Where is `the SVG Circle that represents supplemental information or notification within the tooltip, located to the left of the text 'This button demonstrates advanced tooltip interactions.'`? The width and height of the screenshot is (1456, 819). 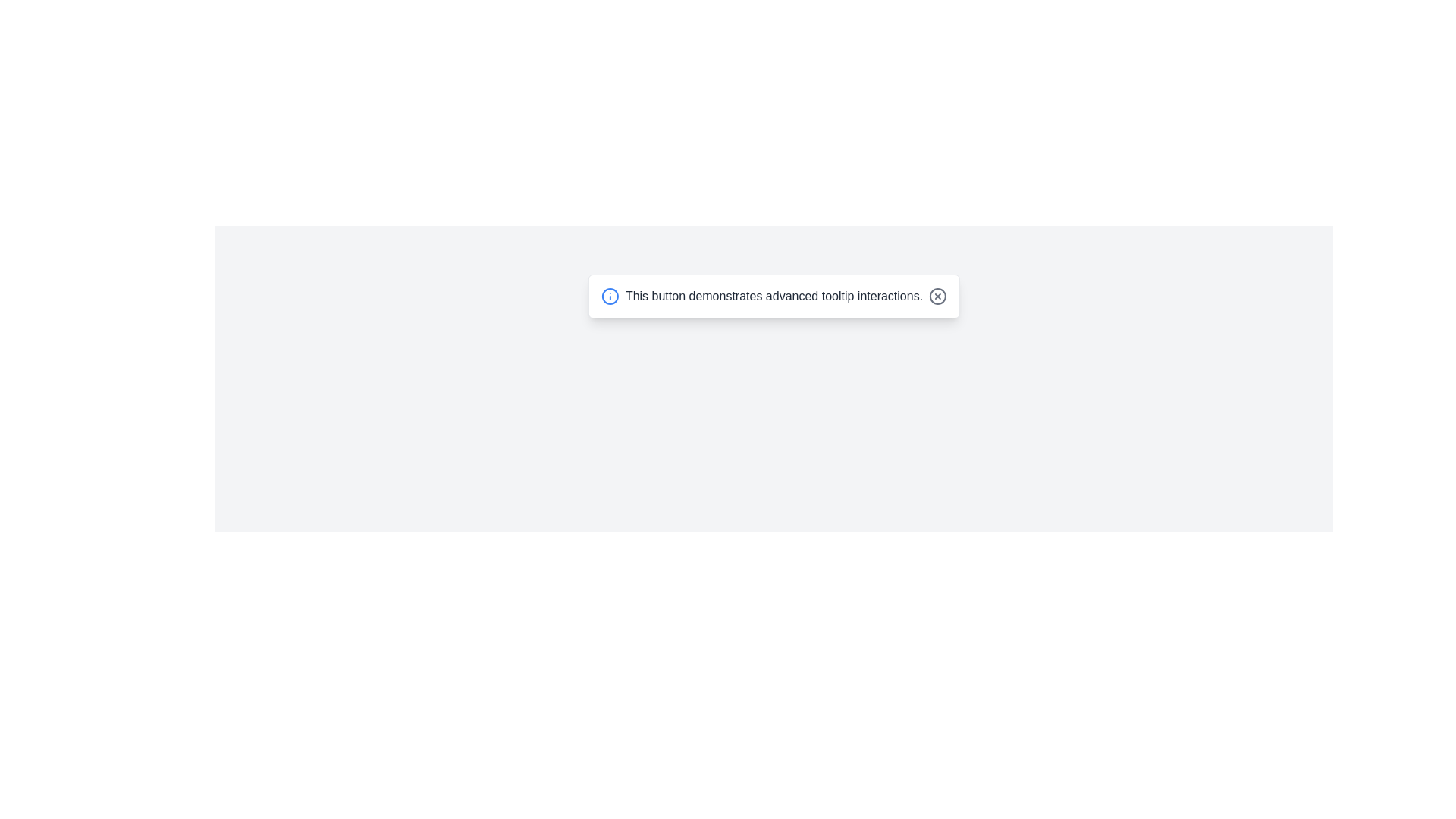 the SVG Circle that represents supplemental information or notification within the tooltip, located to the left of the text 'This button demonstrates advanced tooltip interactions.' is located at coordinates (610, 296).